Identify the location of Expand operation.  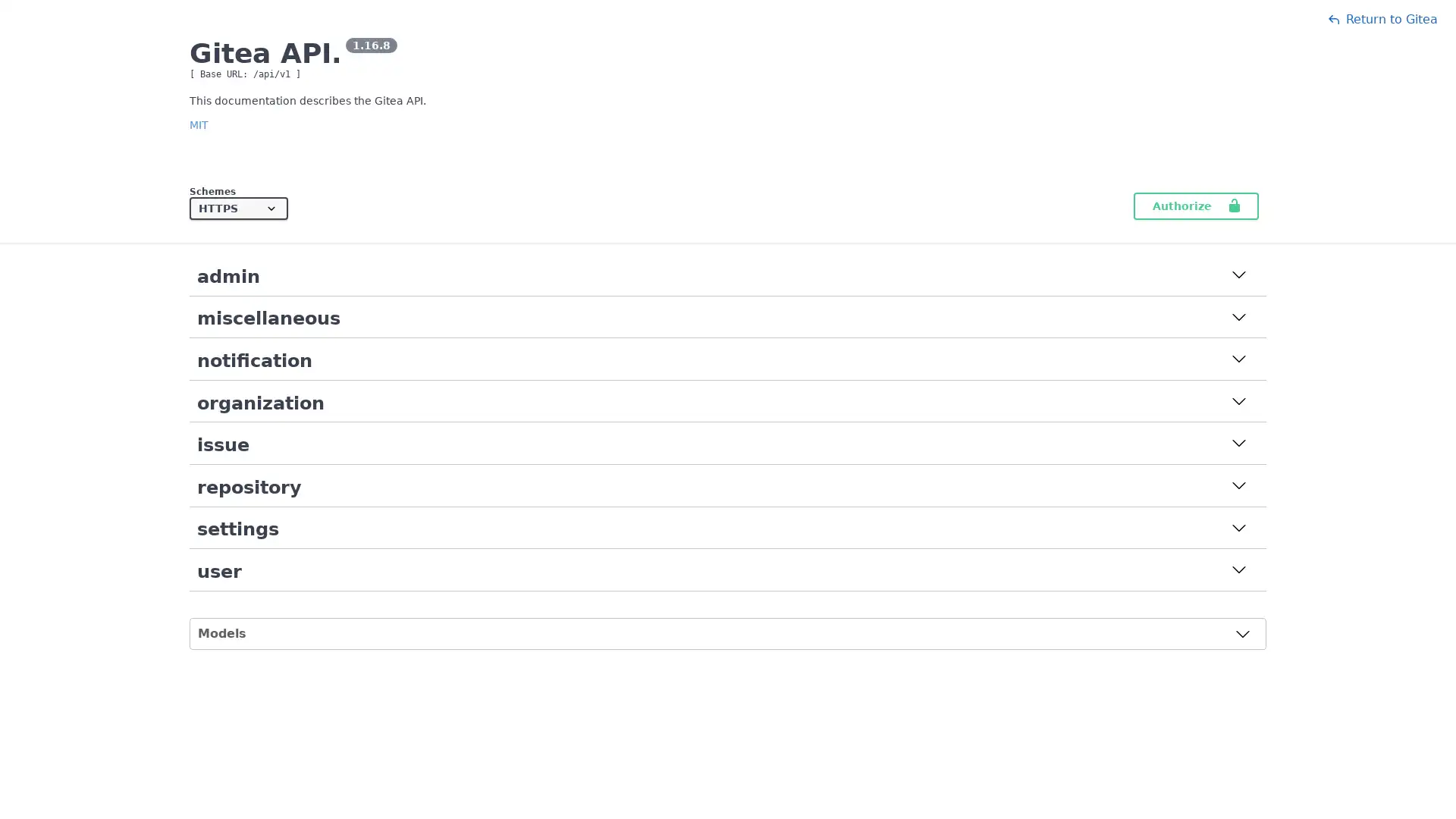
(1238, 486).